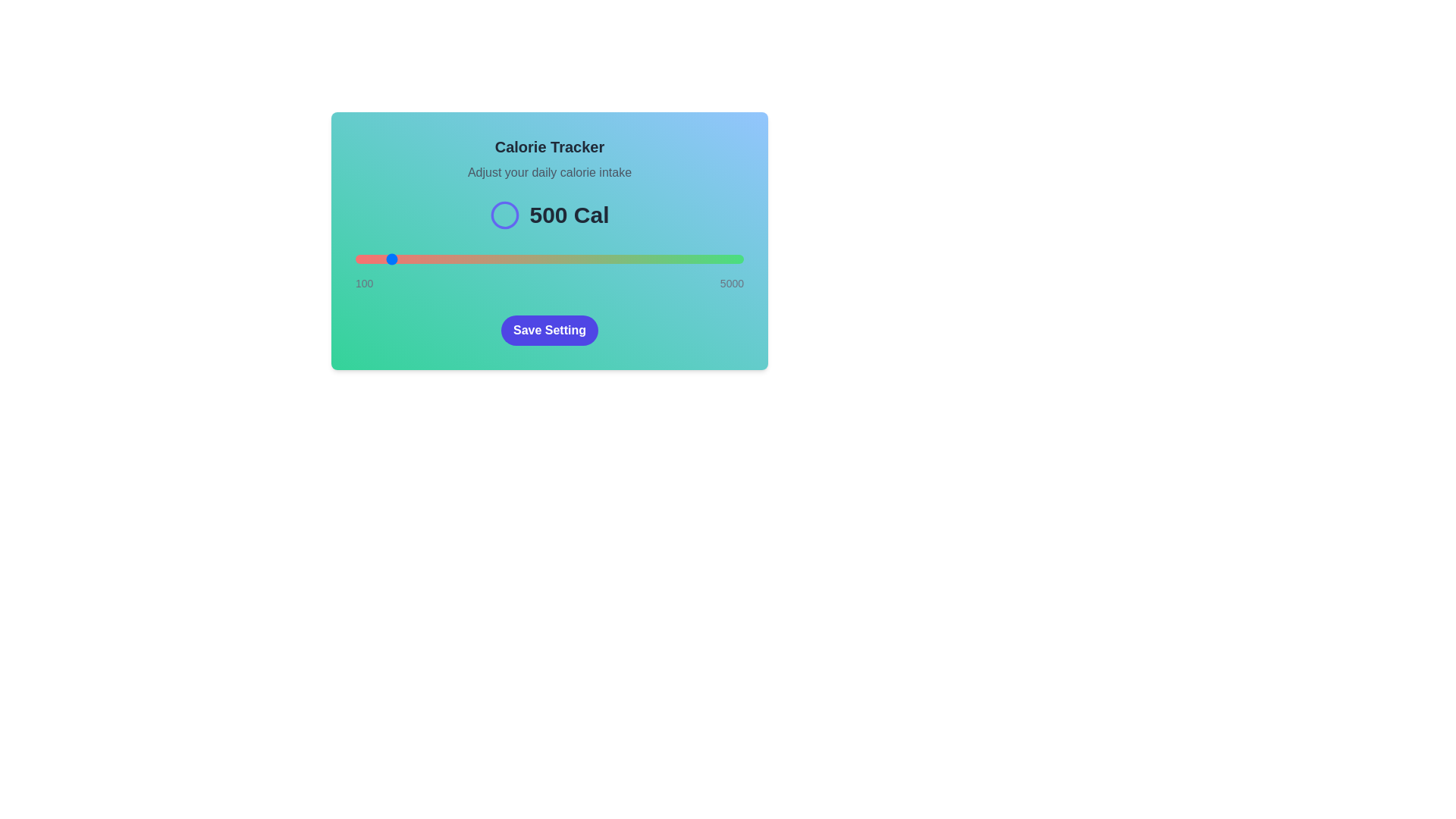 The image size is (1456, 819). I want to click on the slider to 4296 calories to observe the color gradient, so click(687, 259).